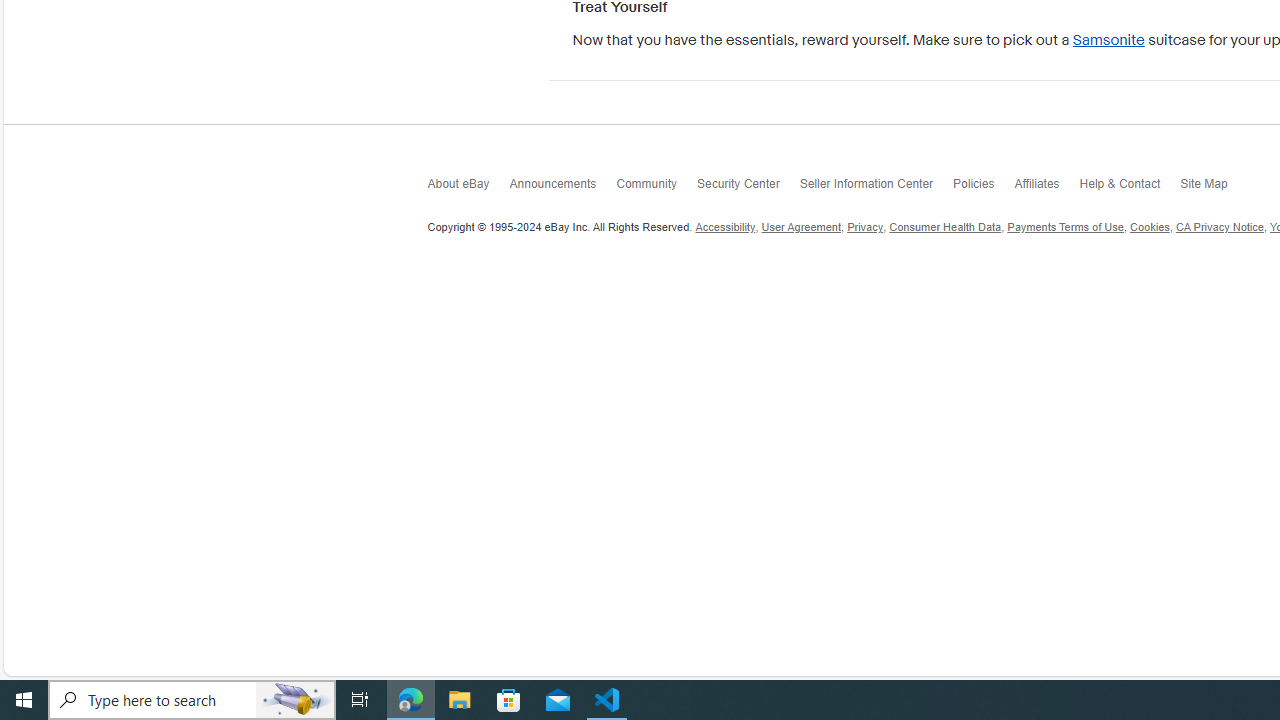 The height and width of the screenshot is (720, 1280). Describe the element at coordinates (1130, 187) in the screenshot. I see `'Help & Contact'` at that location.